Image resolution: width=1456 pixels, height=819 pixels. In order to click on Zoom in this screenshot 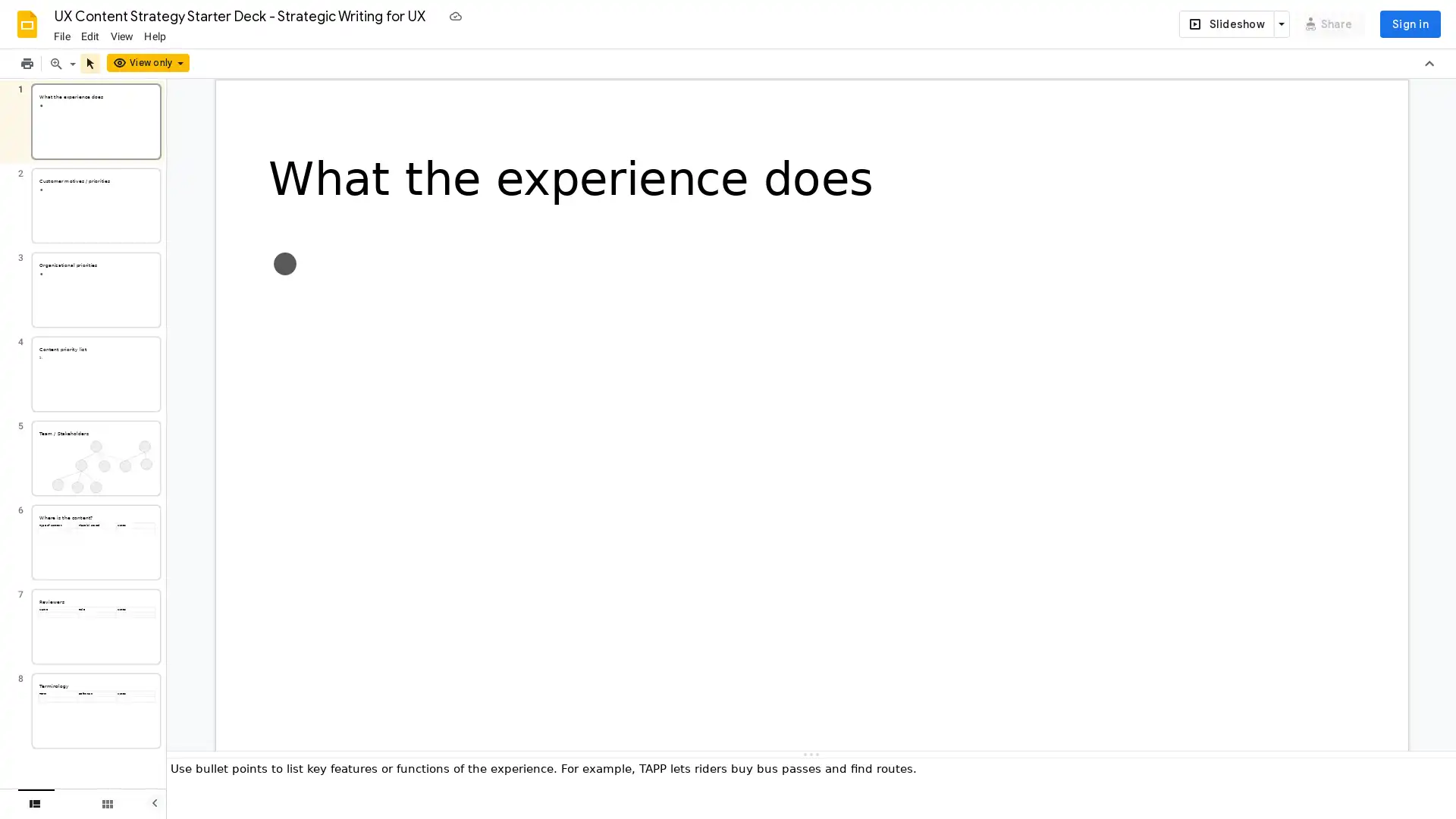, I will do `click(72, 63)`.